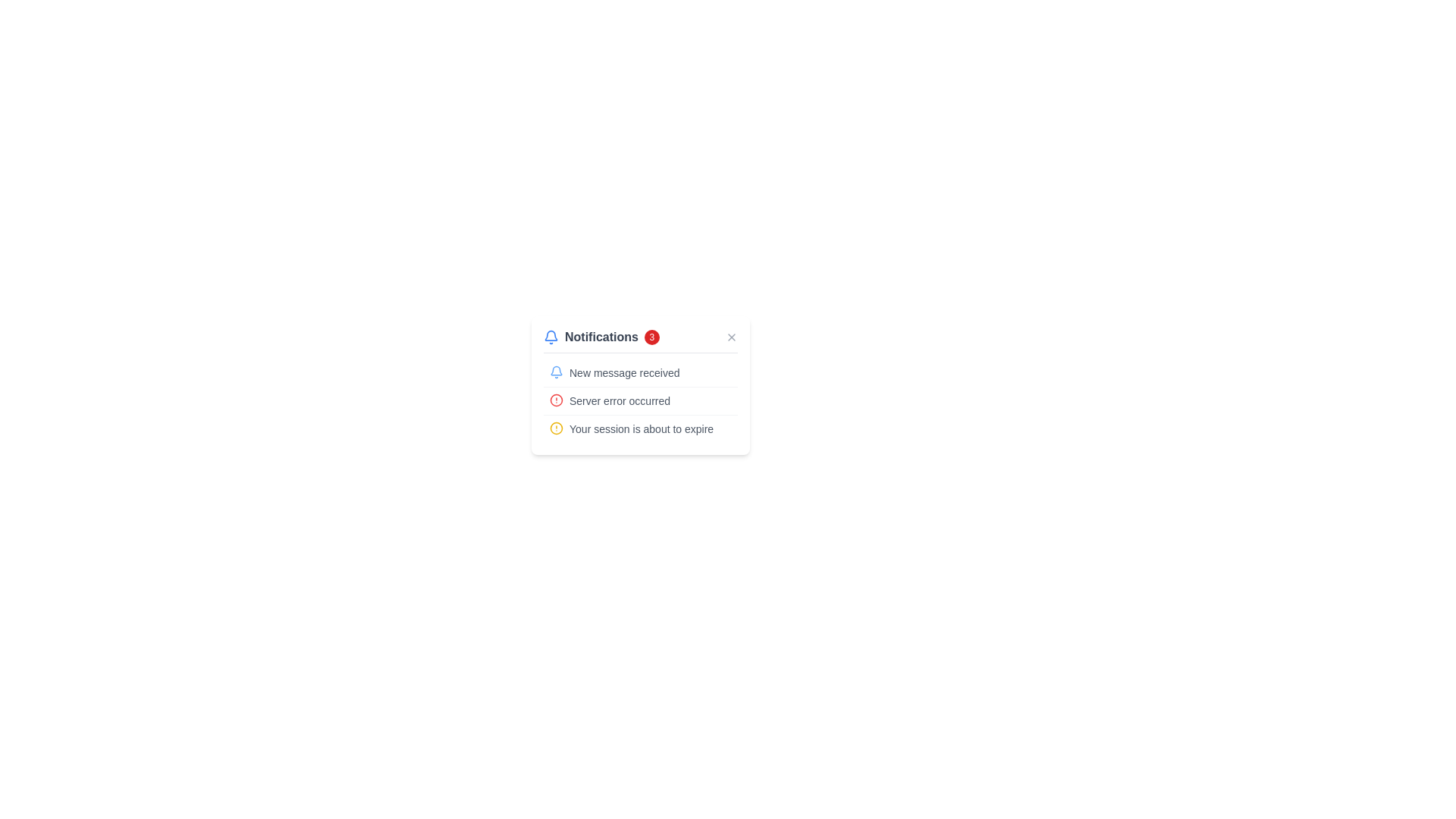 The height and width of the screenshot is (819, 1456). What do you see at coordinates (556, 428) in the screenshot?
I see `the circular icon with a yellow border, located to the left of the 'Server error occurred' text in the notification list` at bounding box center [556, 428].